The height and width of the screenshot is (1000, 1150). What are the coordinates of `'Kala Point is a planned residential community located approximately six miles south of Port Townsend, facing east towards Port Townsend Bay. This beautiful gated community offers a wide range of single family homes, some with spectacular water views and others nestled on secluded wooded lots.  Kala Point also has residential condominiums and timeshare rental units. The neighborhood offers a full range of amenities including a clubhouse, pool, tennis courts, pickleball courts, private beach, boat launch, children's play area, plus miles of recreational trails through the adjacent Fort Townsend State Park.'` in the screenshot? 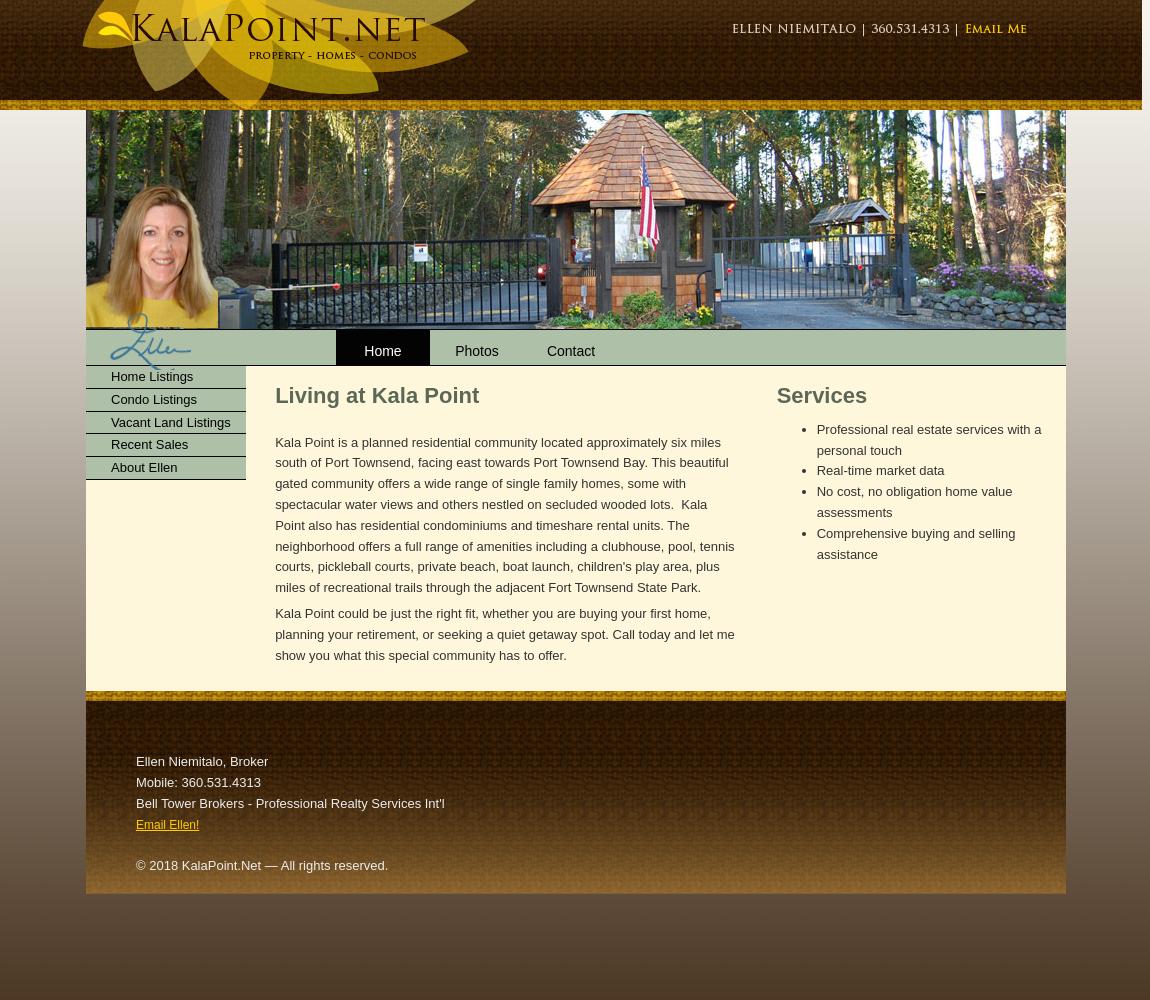 It's located at (504, 514).